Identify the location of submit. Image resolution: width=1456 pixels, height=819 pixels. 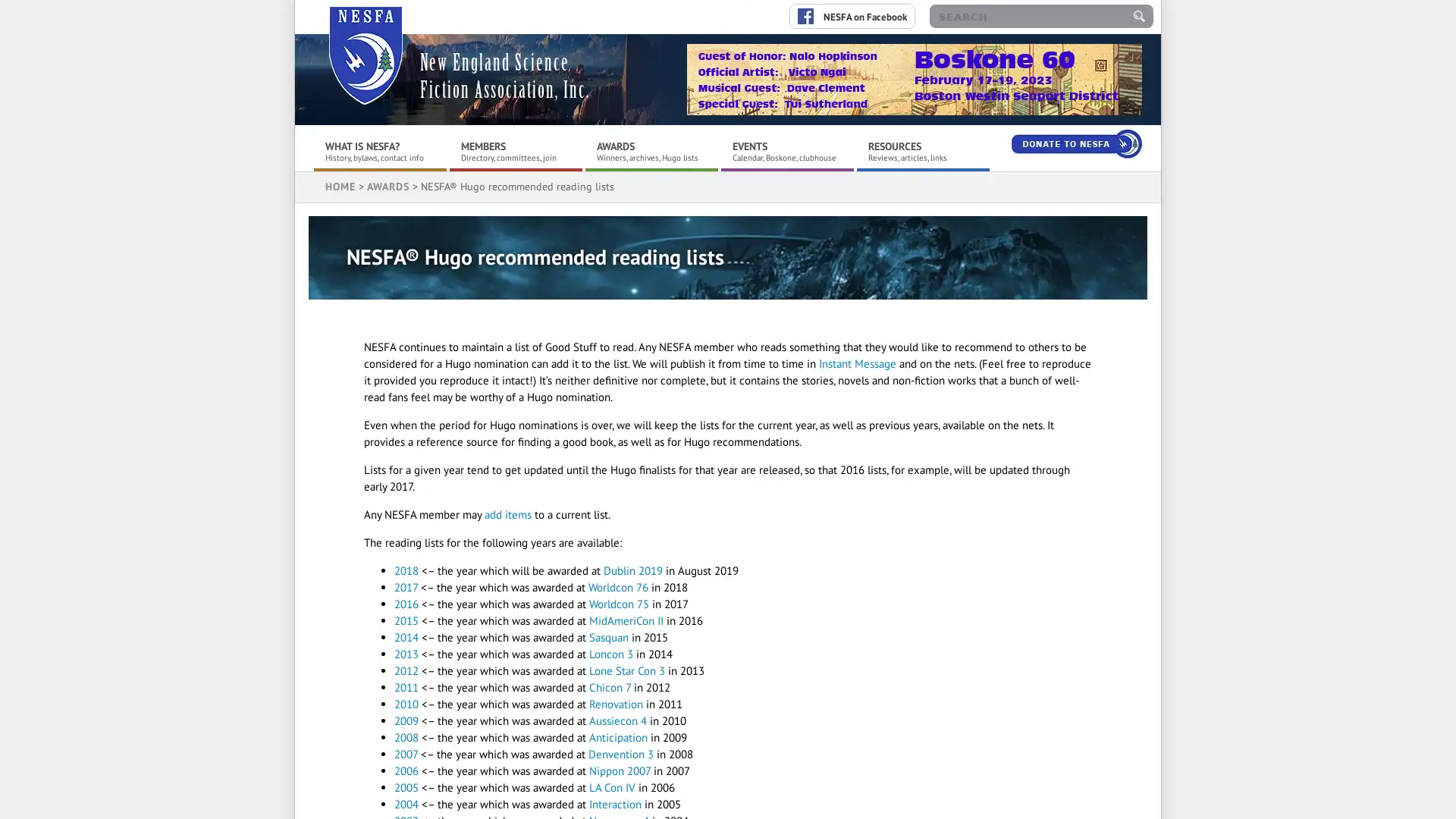
(1139, 16).